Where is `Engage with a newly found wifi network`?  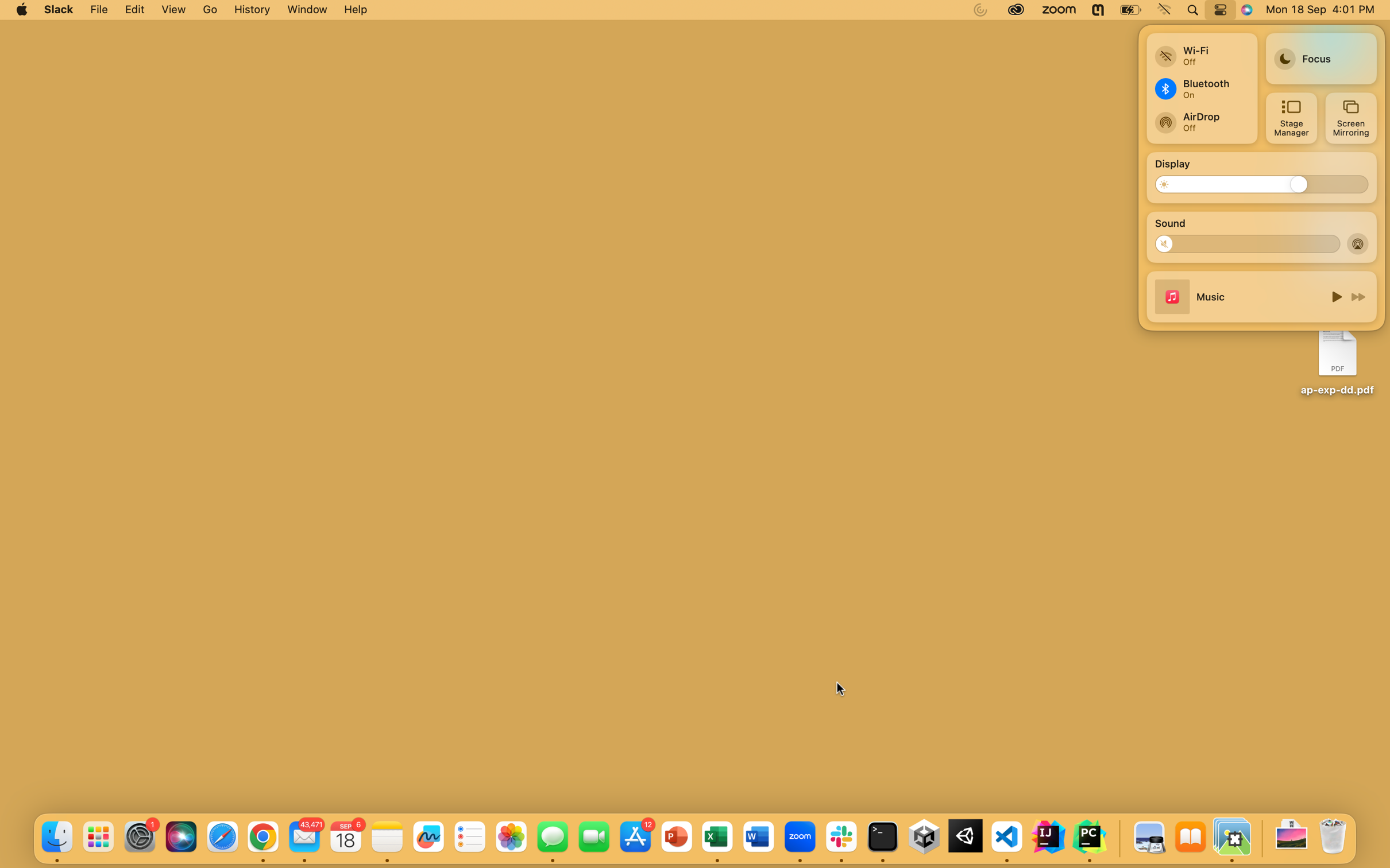
Engage with a newly found wifi network is located at coordinates (1200, 51).